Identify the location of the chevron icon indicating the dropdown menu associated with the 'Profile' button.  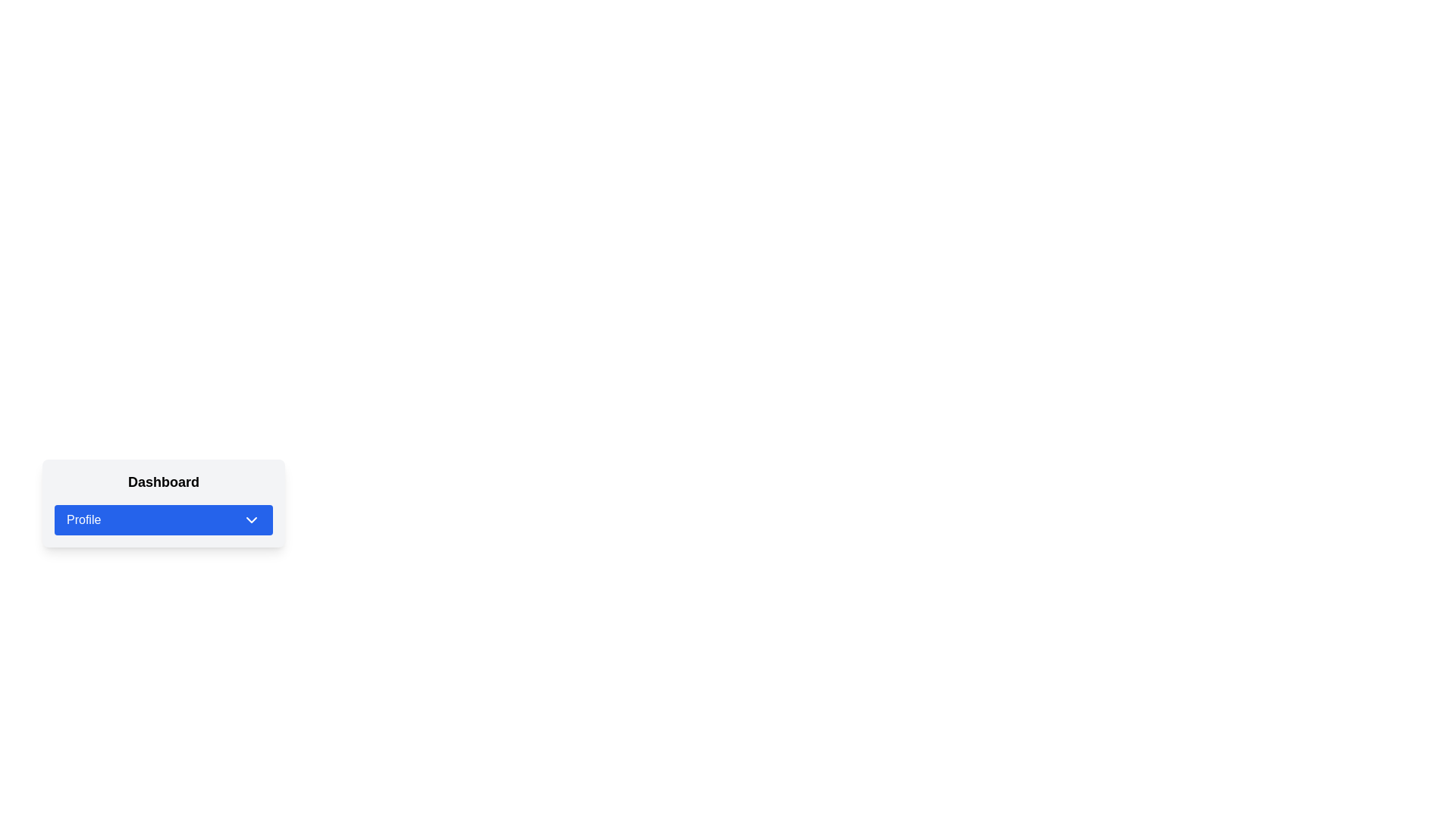
(251, 519).